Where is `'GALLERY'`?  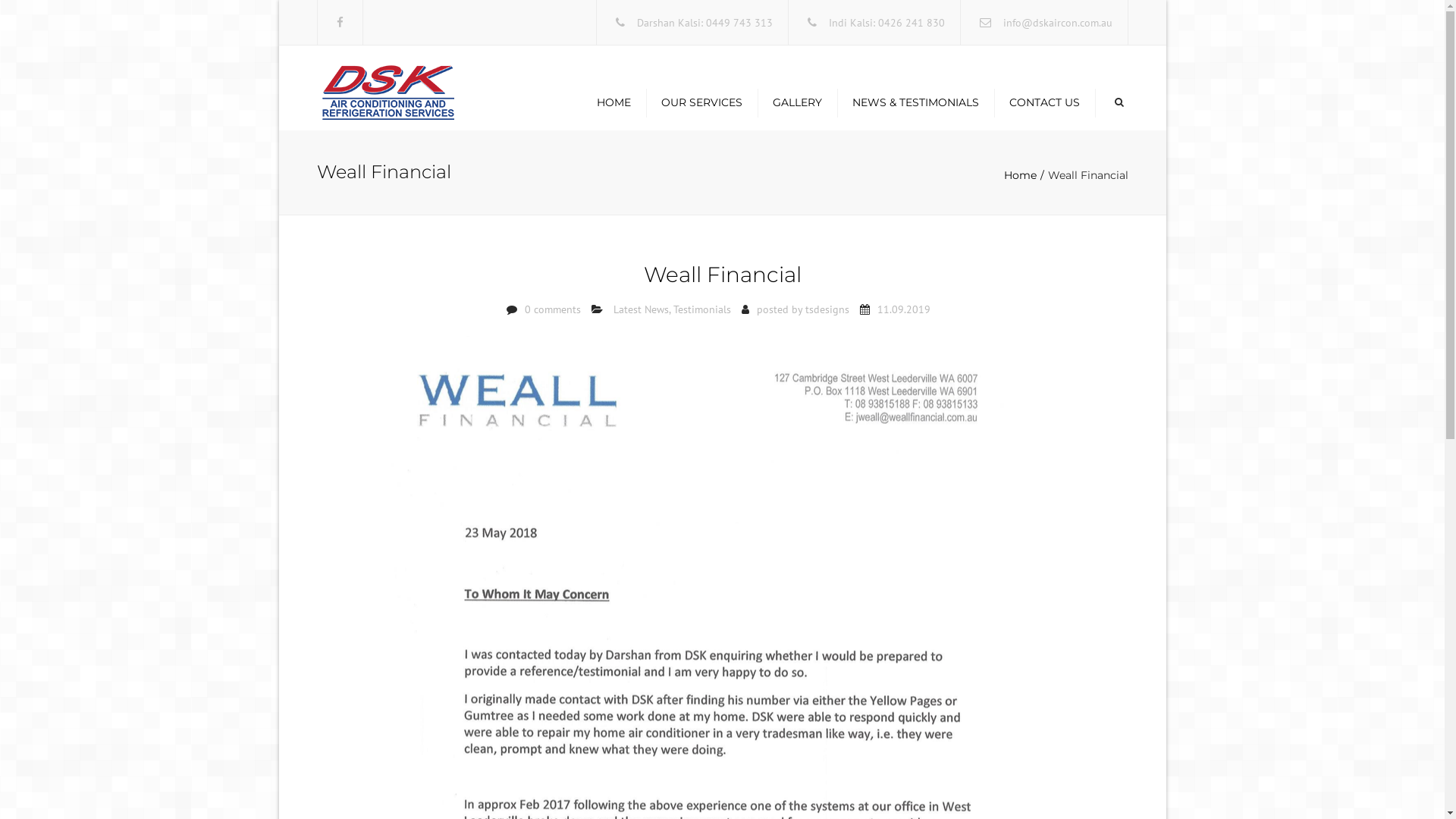
'GALLERY' is located at coordinates (795, 102).